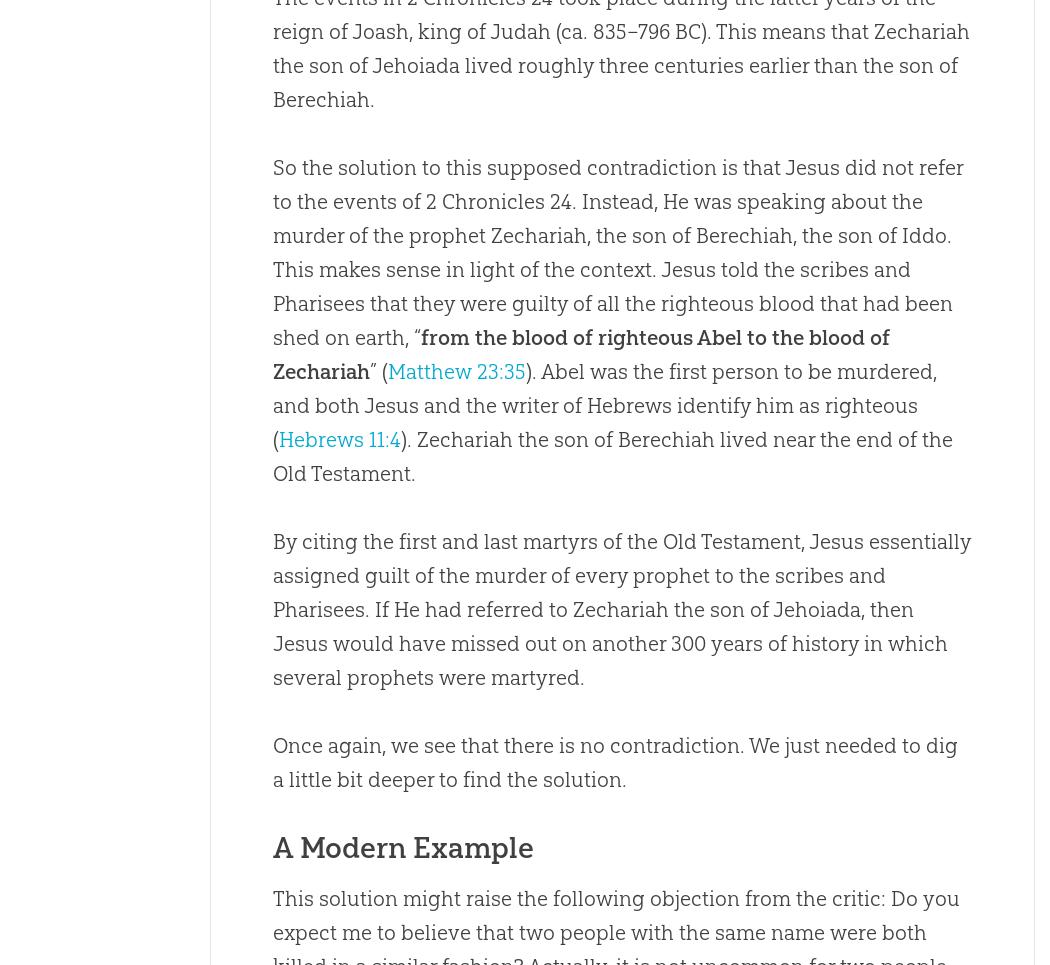 Image resolution: width=1050 pixels, height=965 pixels. What do you see at coordinates (338, 439) in the screenshot?
I see `'Hebrews 11:4'` at bounding box center [338, 439].